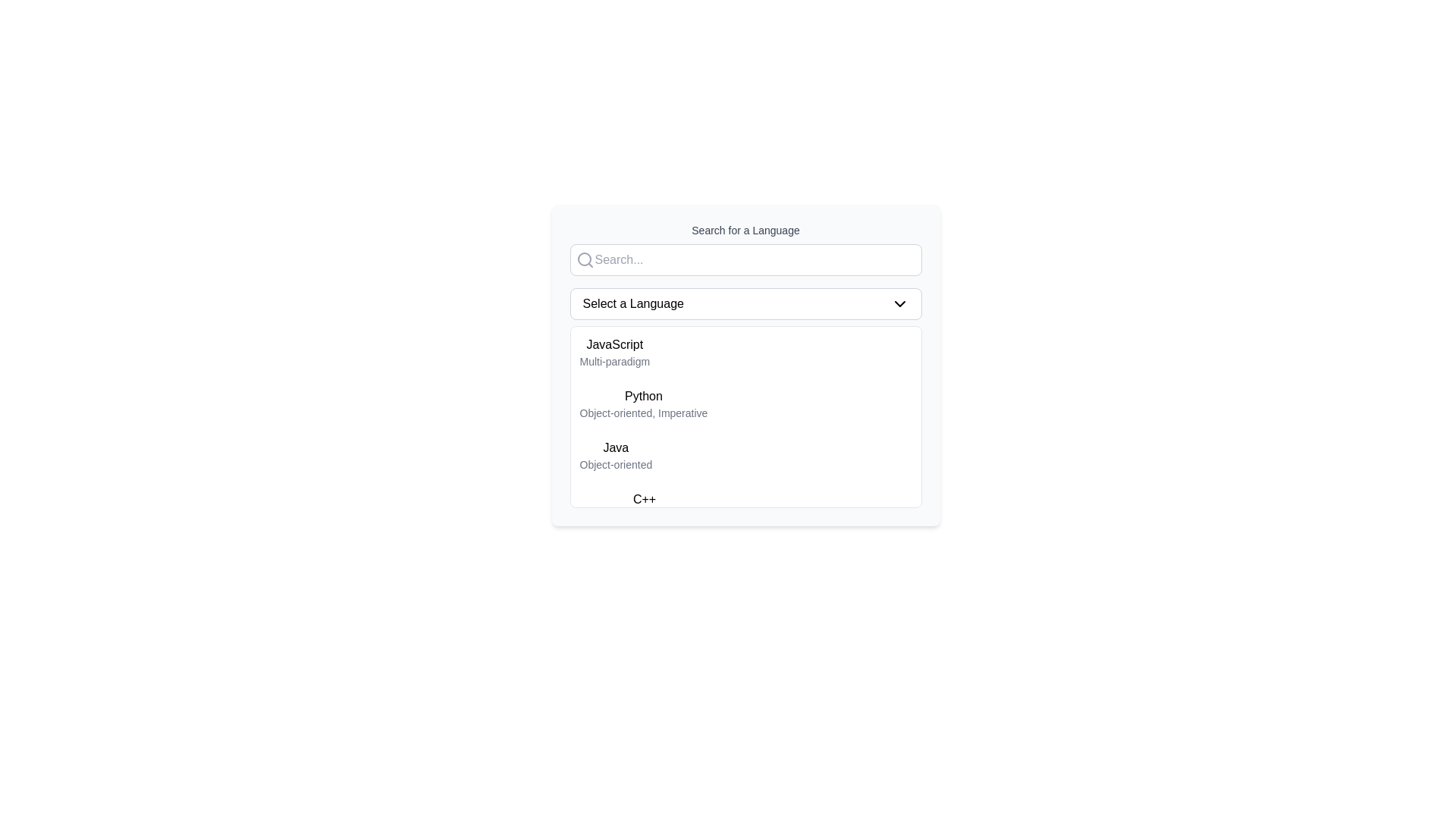  I want to click on the chevron down icon located at the far right of the 'Select a Language' dropdown, so click(899, 304).